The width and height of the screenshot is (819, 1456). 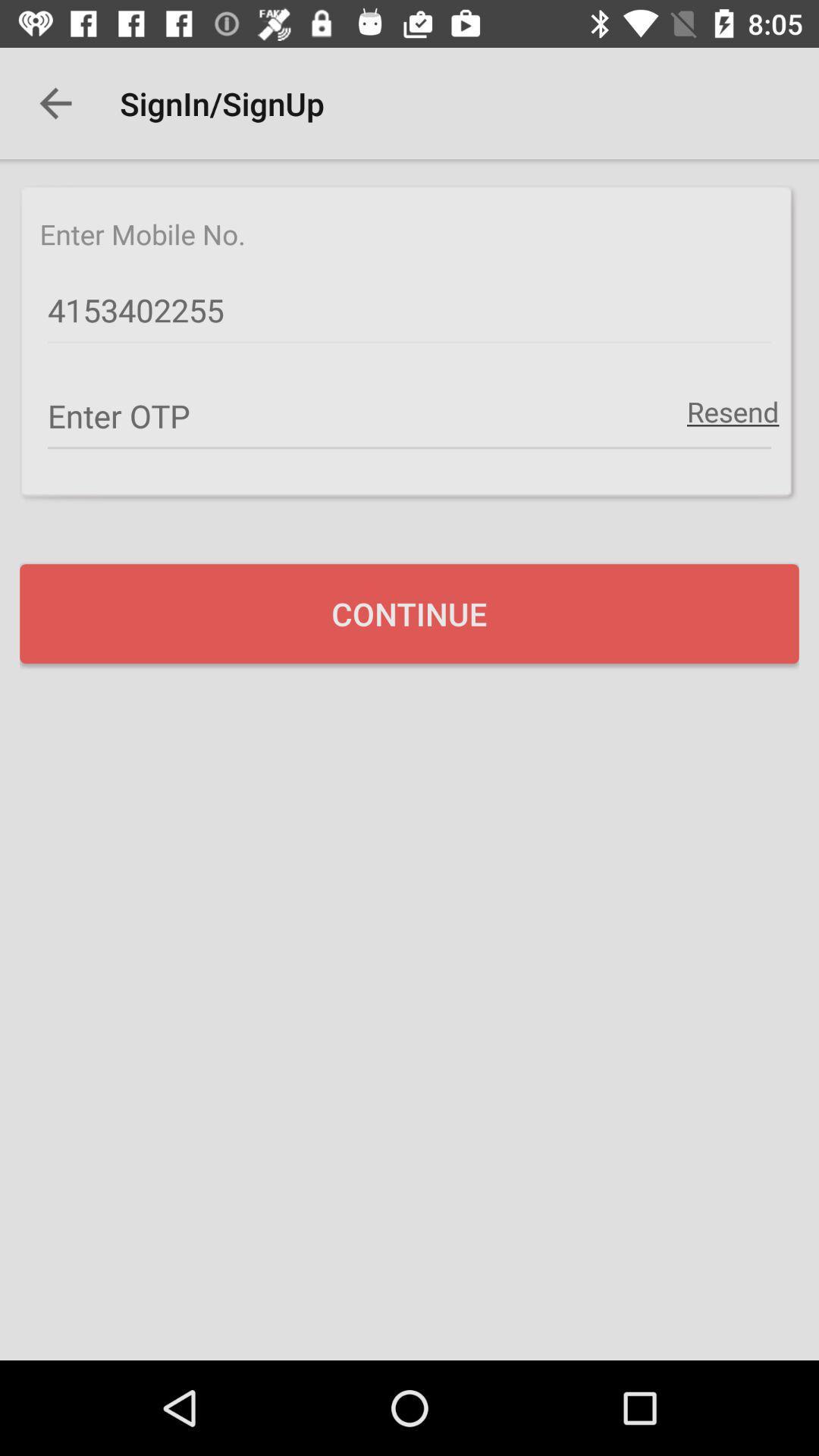 I want to click on the resend icon, so click(x=732, y=411).